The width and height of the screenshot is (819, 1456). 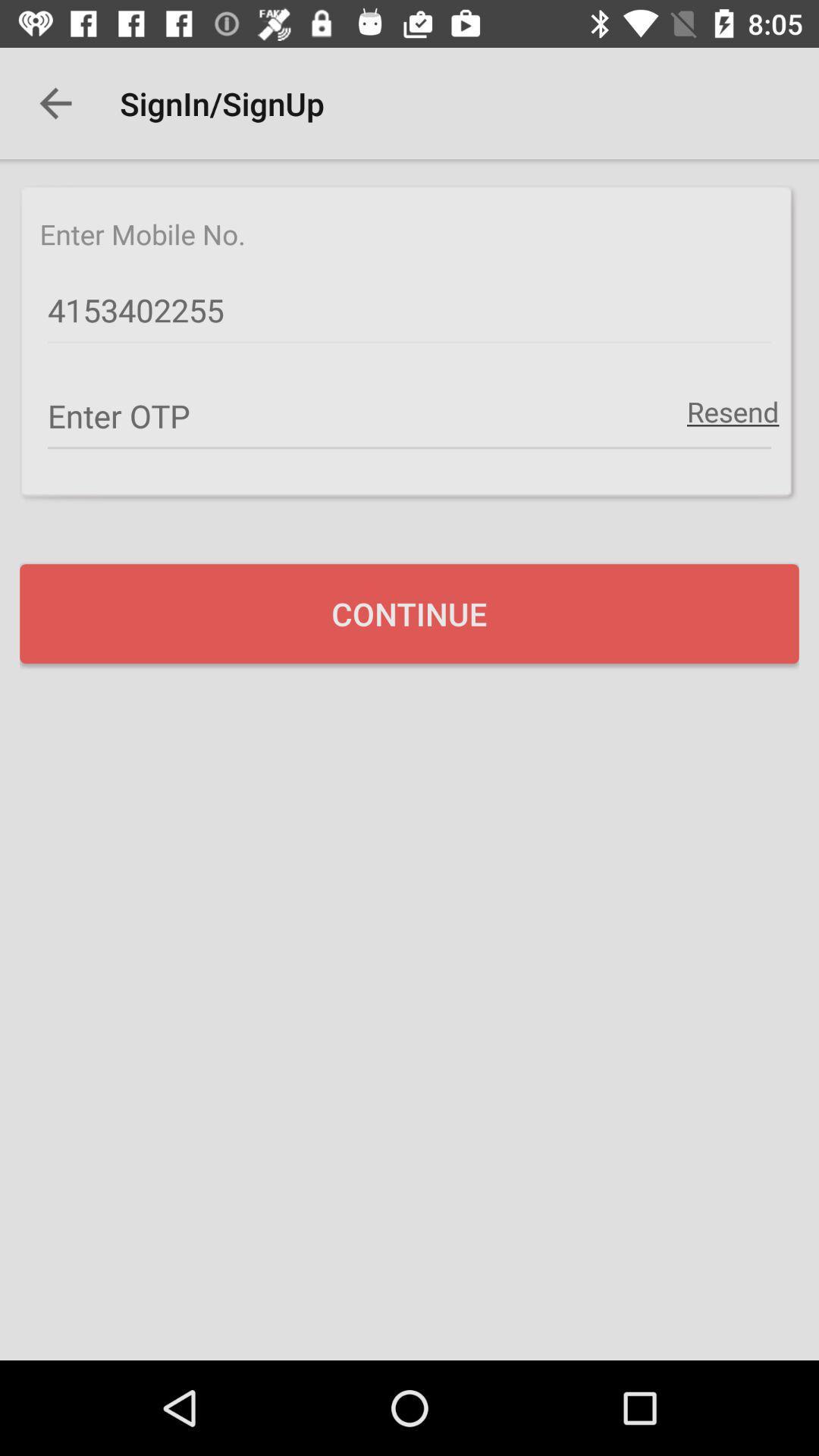 I want to click on the resend icon, so click(x=732, y=411).